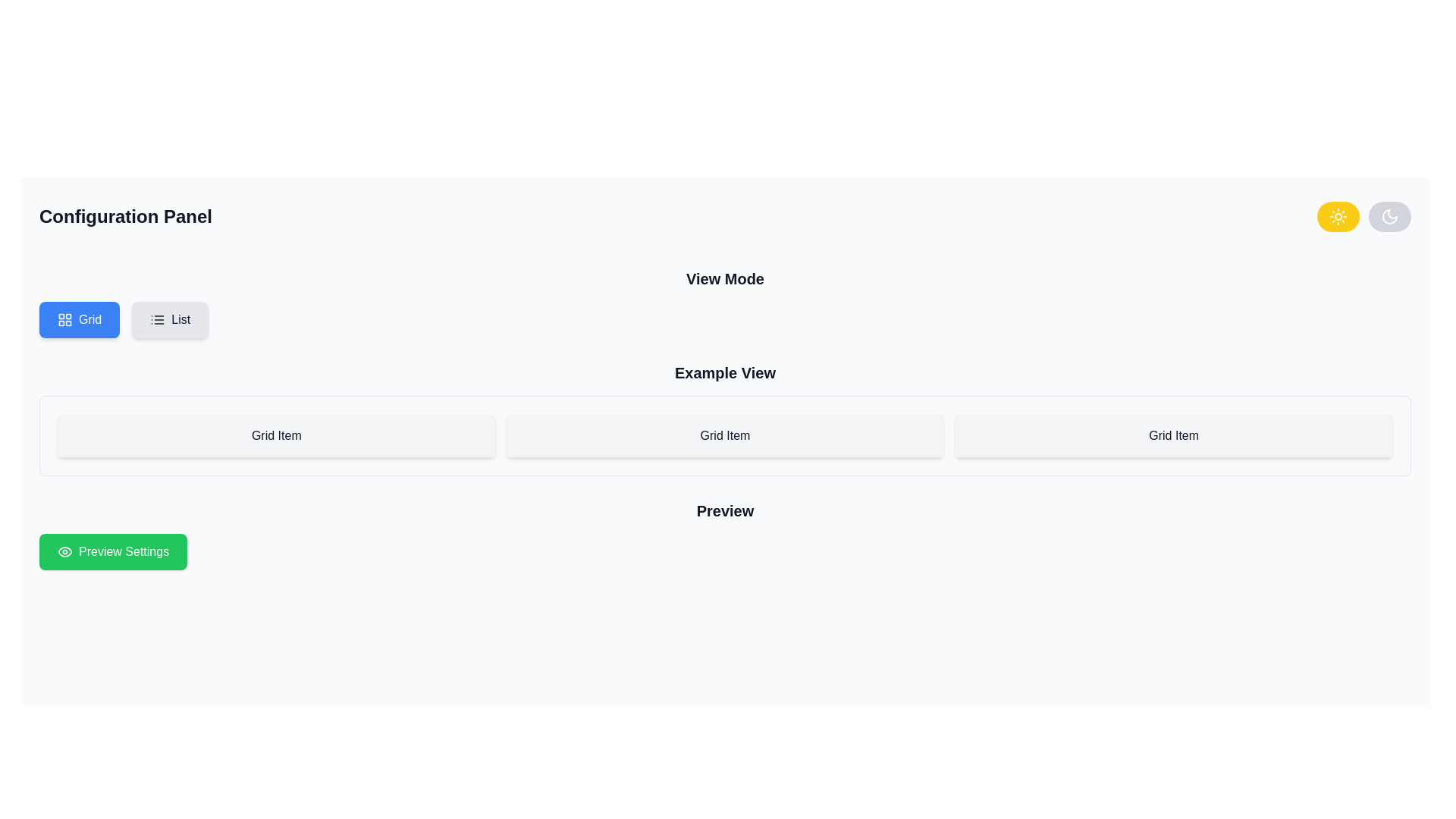 The height and width of the screenshot is (819, 1456). Describe the element at coordinates (79, 318) in the screenshot. I see `the 'Grid' button located in the top-left section of the interface within the 'View Mode' area` at that location.